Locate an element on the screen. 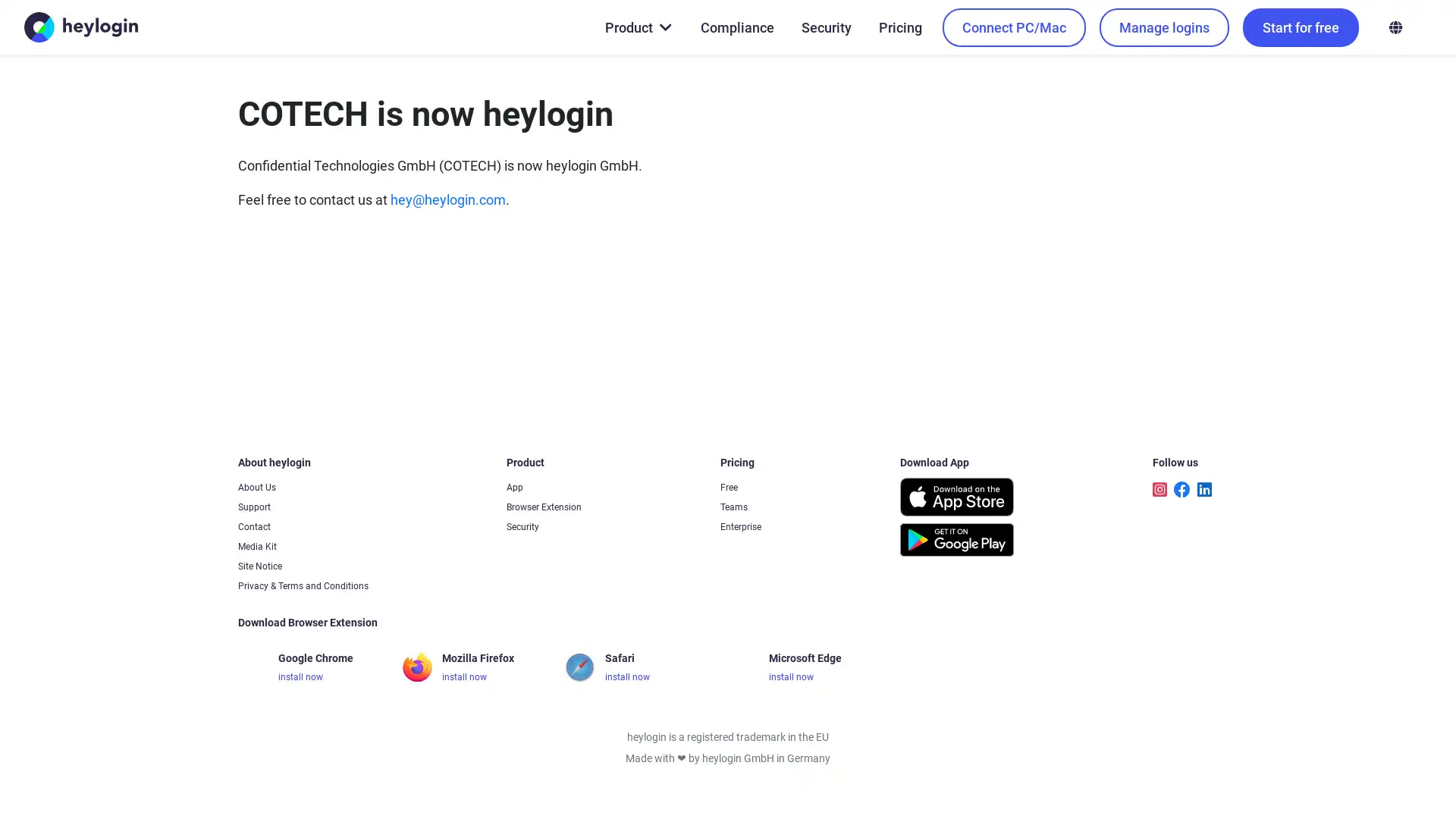 Image resolution: width=1456 pixels, height=819 pixels. Product is located at coordinates (637, 27).